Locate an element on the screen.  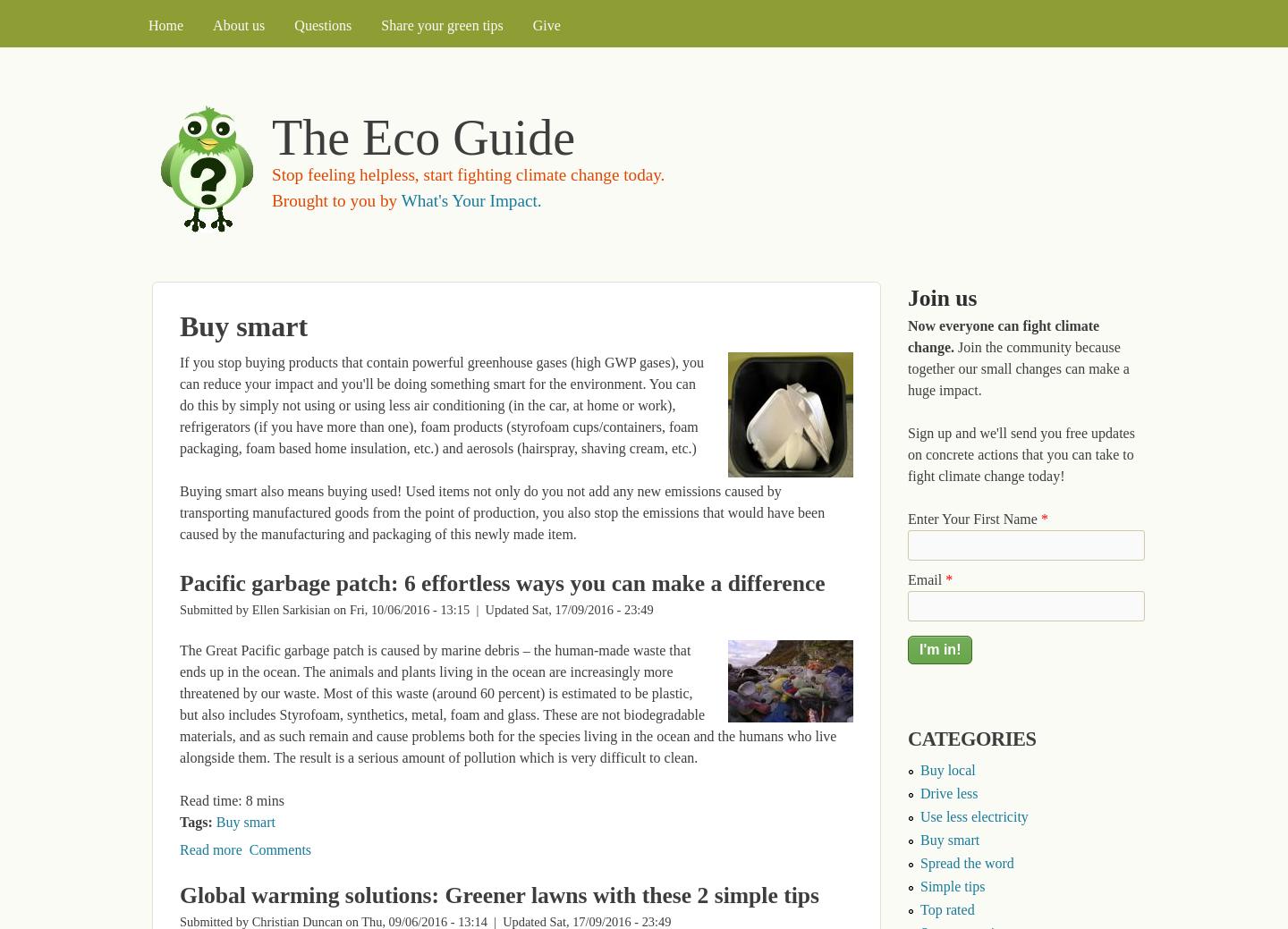
'Read time: 8 mins' is located at coordinates (231, 799).